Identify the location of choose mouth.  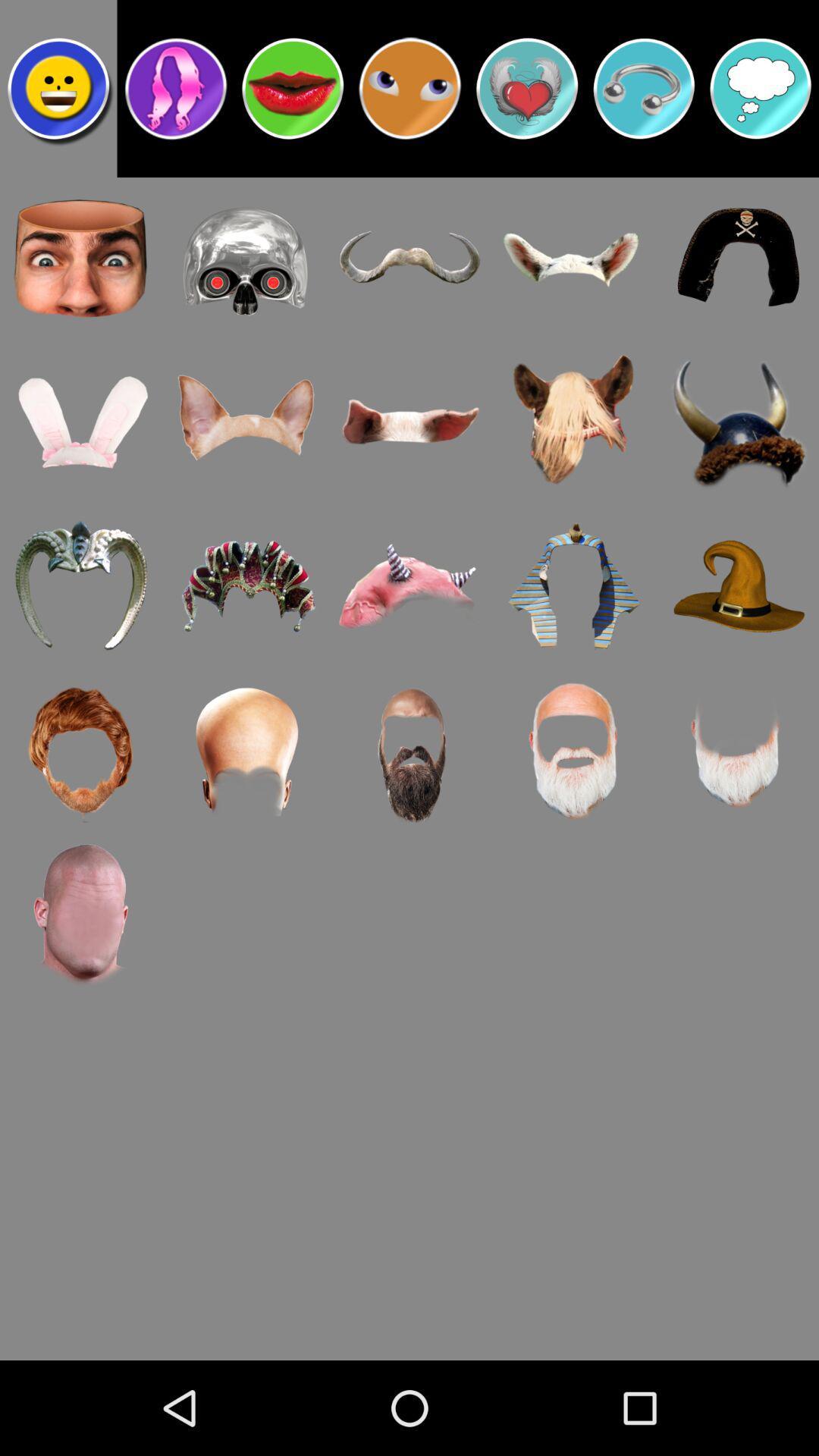
(293, 87).